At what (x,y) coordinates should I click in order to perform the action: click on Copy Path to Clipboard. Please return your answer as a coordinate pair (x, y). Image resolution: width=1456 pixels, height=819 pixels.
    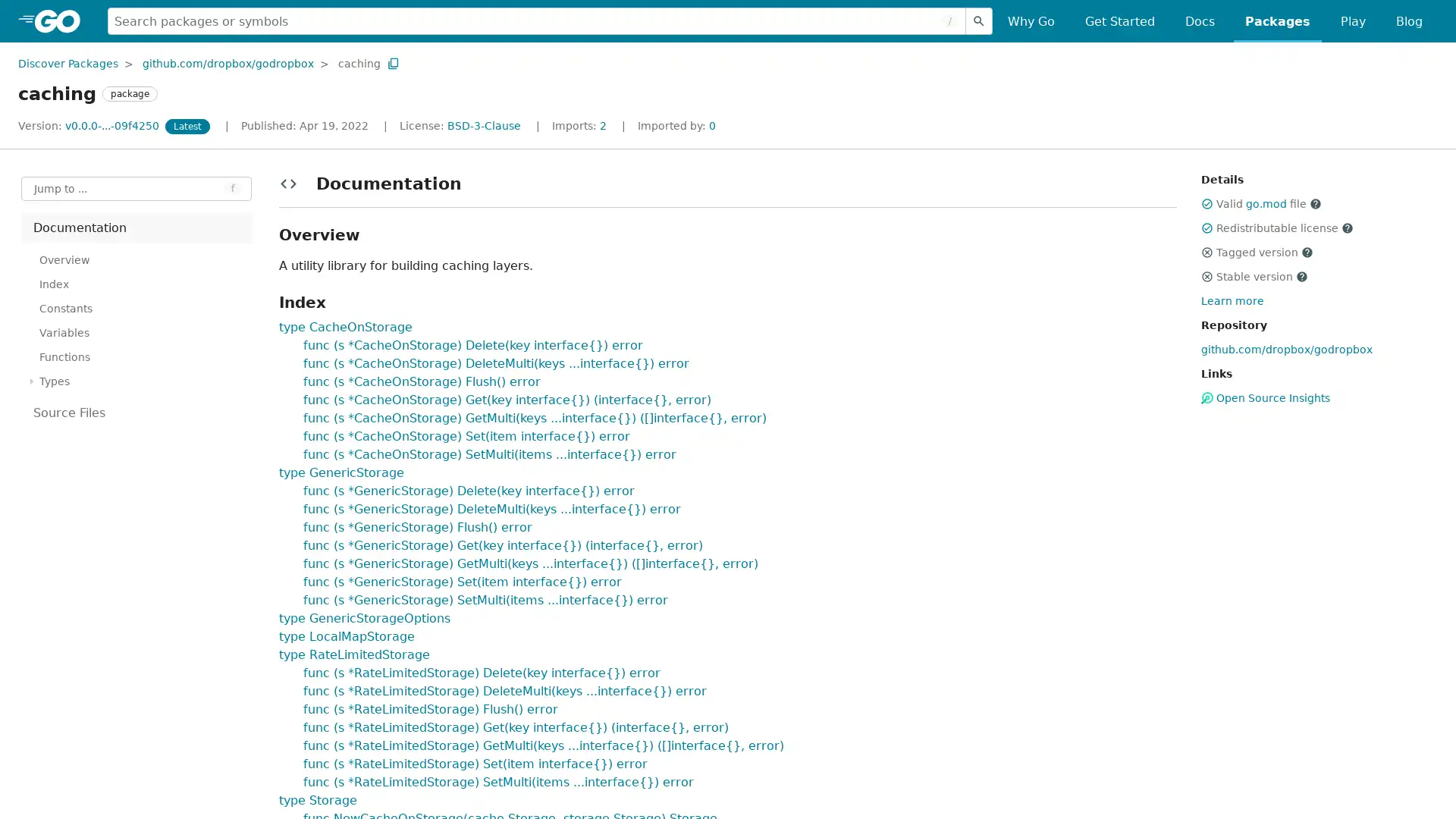
    Looking at the image, I should click on (393, 62).